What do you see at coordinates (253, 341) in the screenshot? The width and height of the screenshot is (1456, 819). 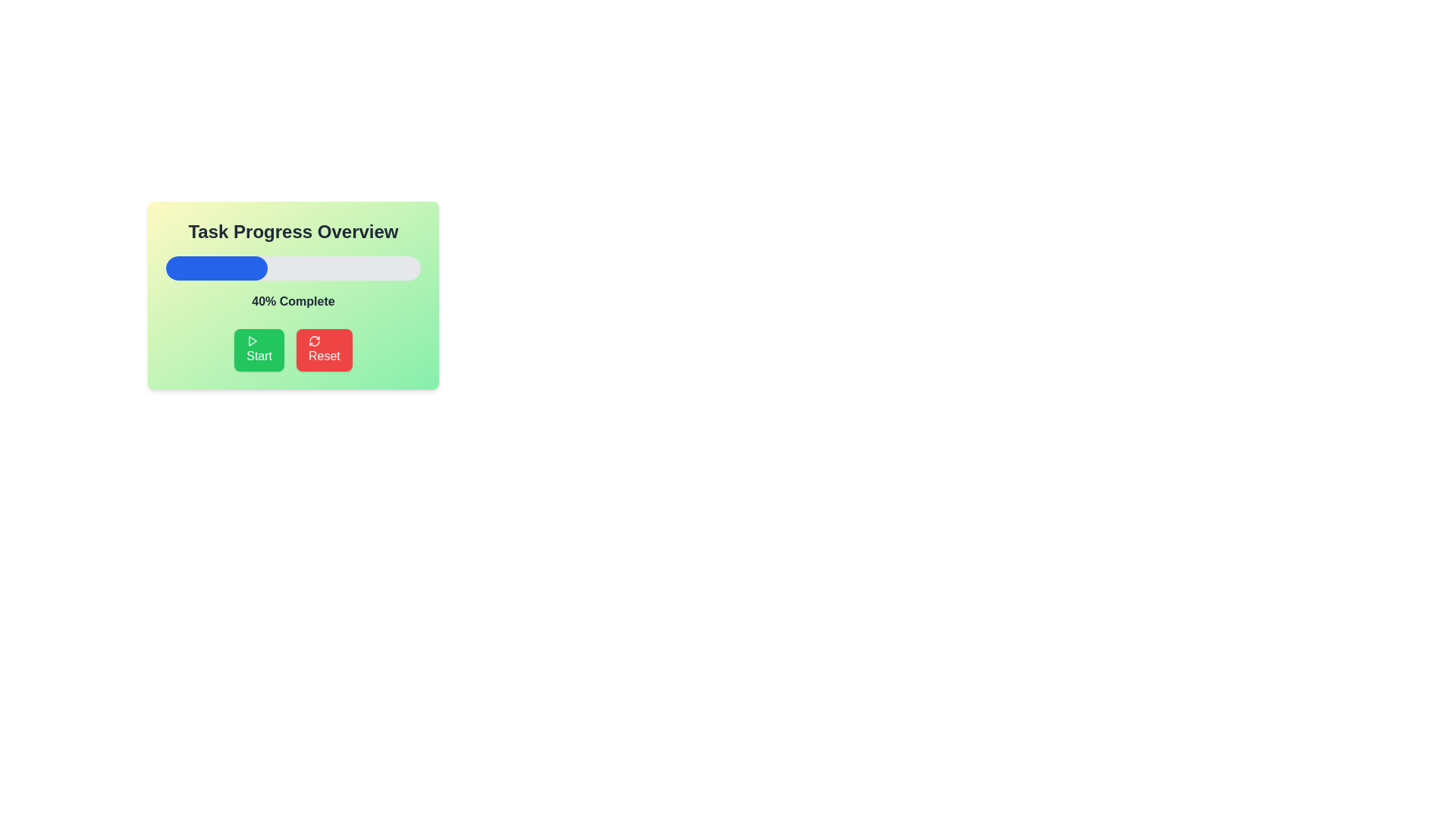 I see `the 'Start' button, which contains the SVG Icon indicating the action of starting a task, located on the left side of a two-button group below the progress bar labeled '40% Complete.'` at bounding box center [253, 341].